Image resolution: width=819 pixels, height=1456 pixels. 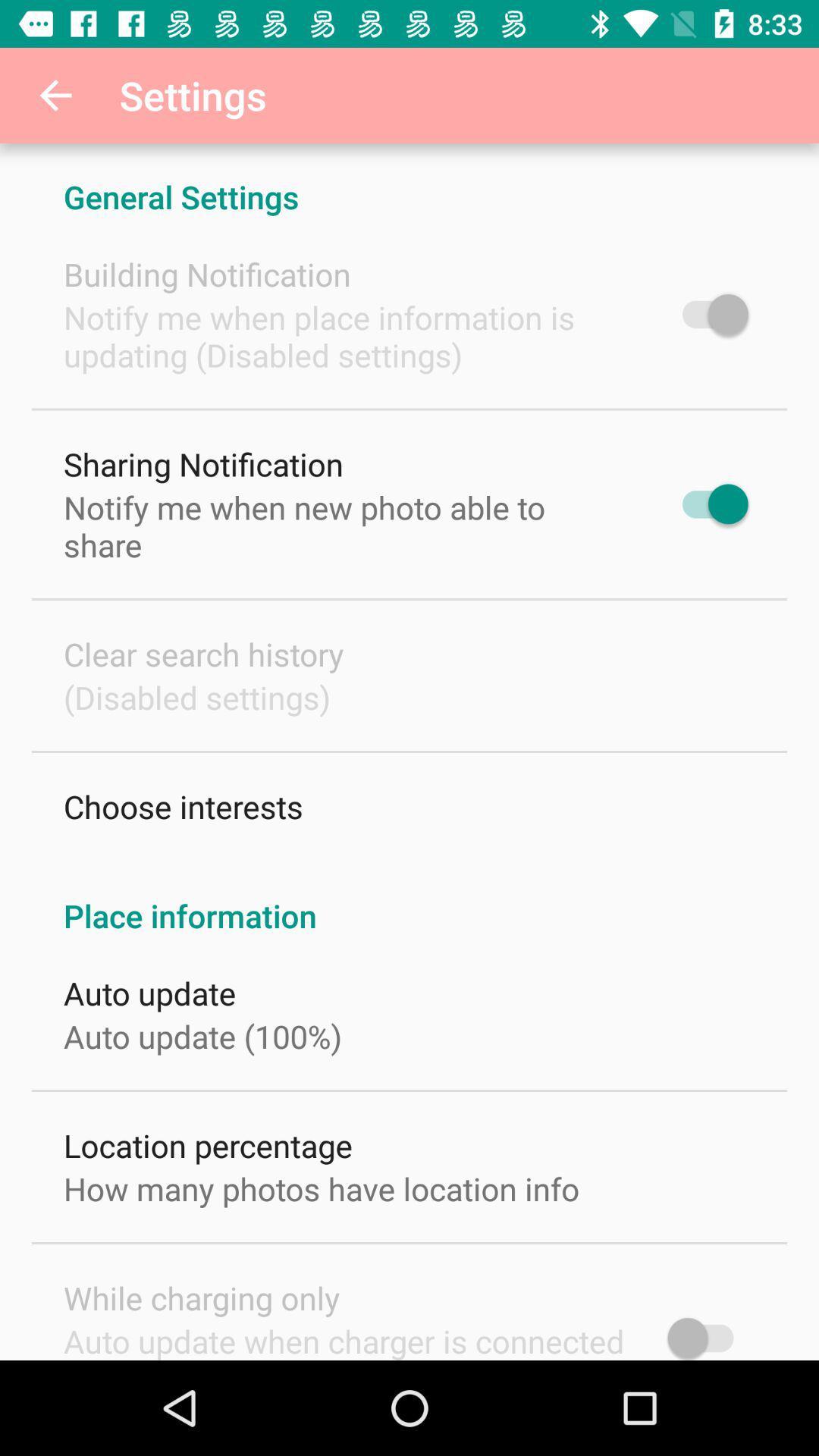 What do you see at coordinates (202, 463) in the screenshot?
I see `the item below the notify me when` at bounding box center [202, 463].